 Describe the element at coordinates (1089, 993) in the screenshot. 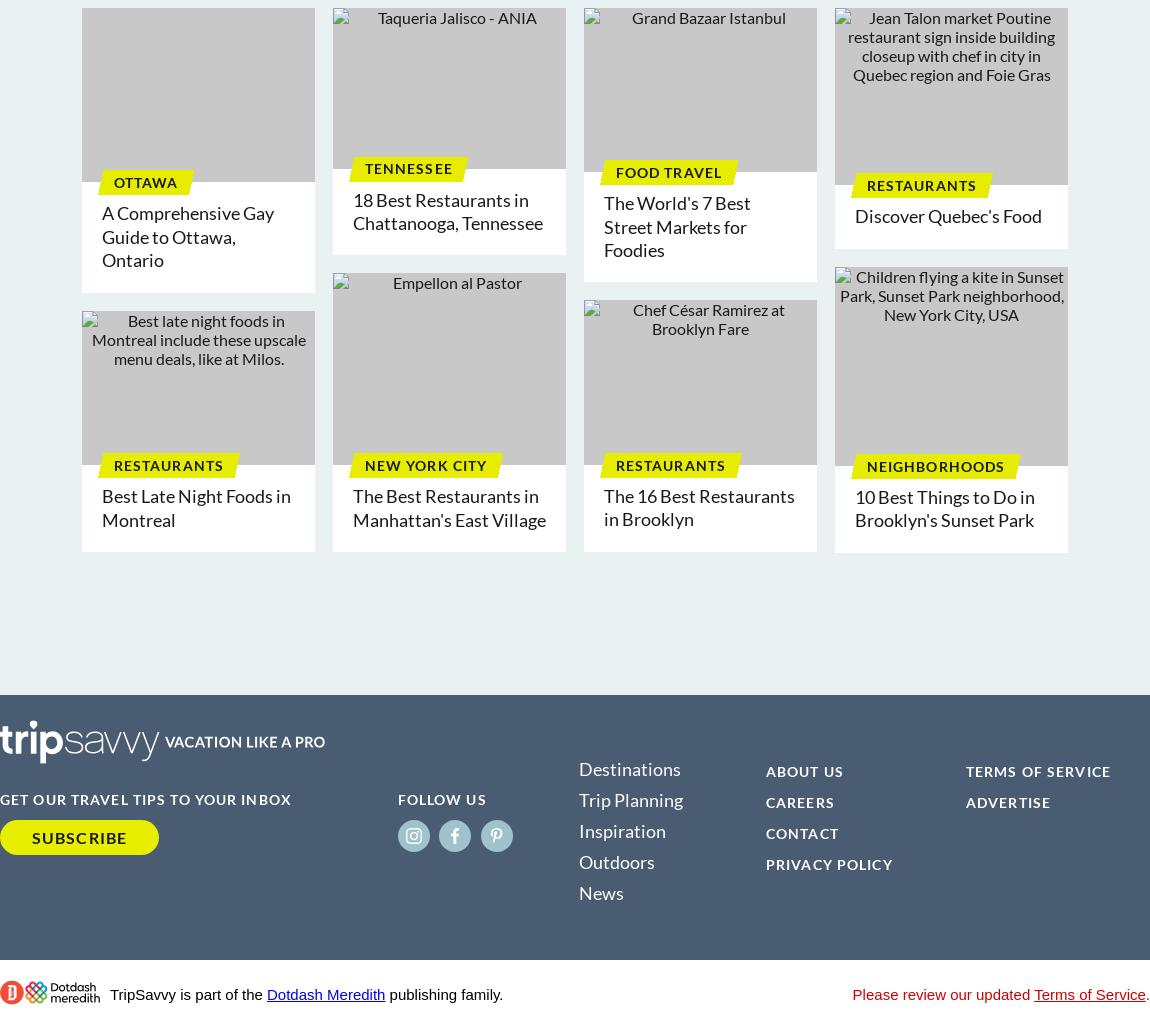

I see `'Terms of Service'` at that location.